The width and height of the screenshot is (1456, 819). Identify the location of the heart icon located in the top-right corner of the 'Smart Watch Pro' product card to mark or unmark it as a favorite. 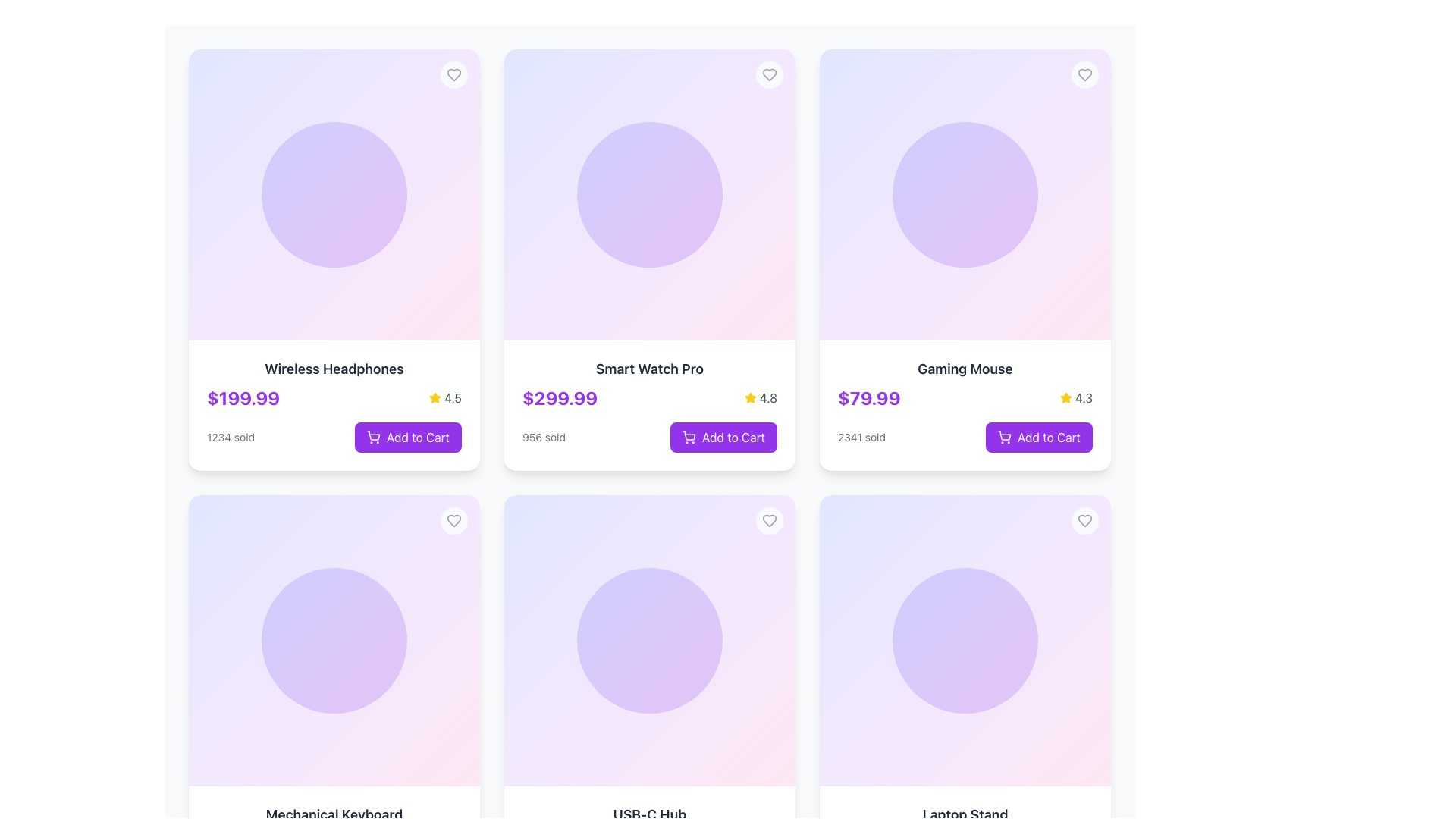
(769, 75).